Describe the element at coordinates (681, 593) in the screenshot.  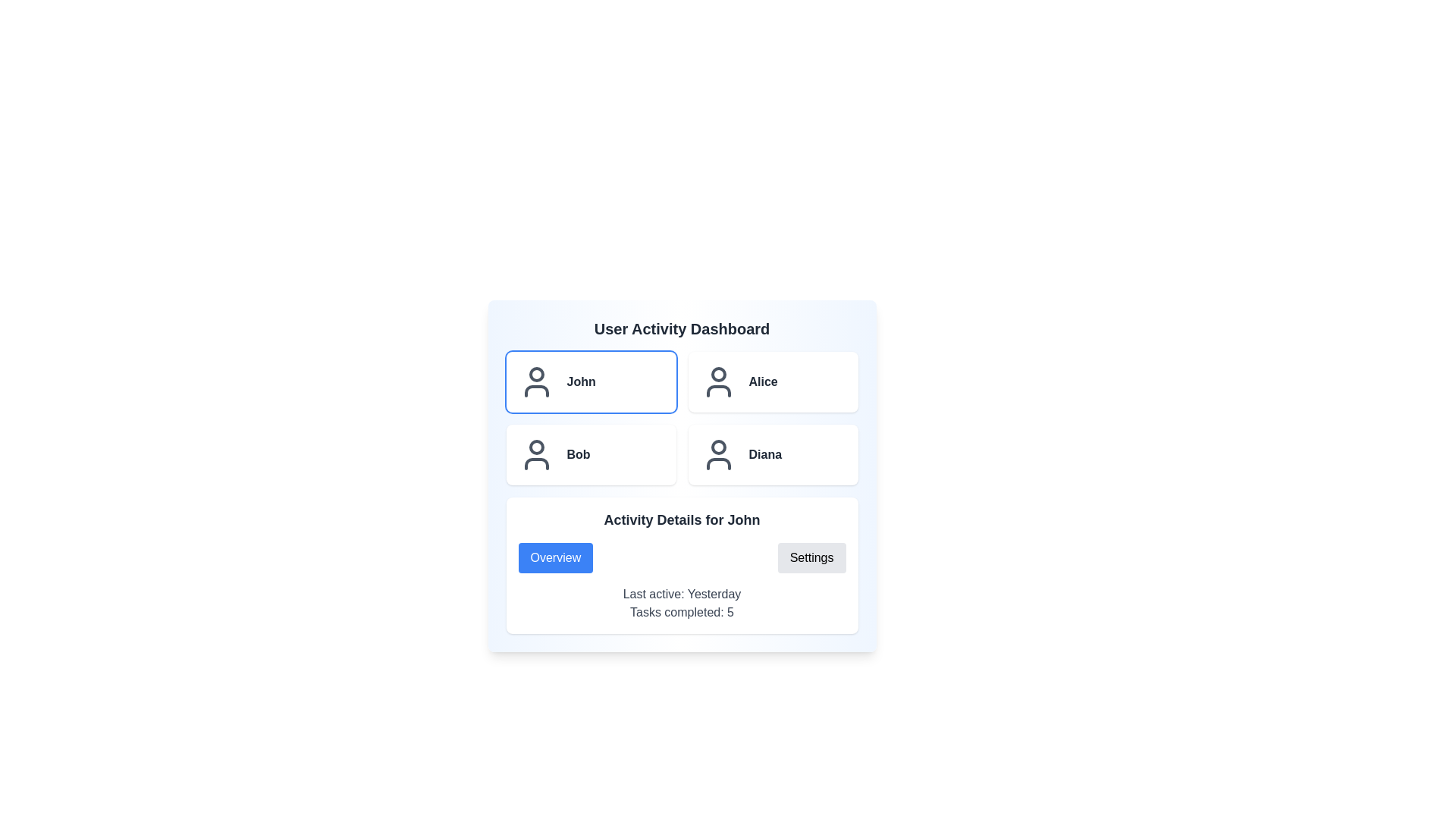
I see `the Label that displays the date or time the user was last active, located in the 'Activity Details for John' section, just below the 'Overview' button` at that location.